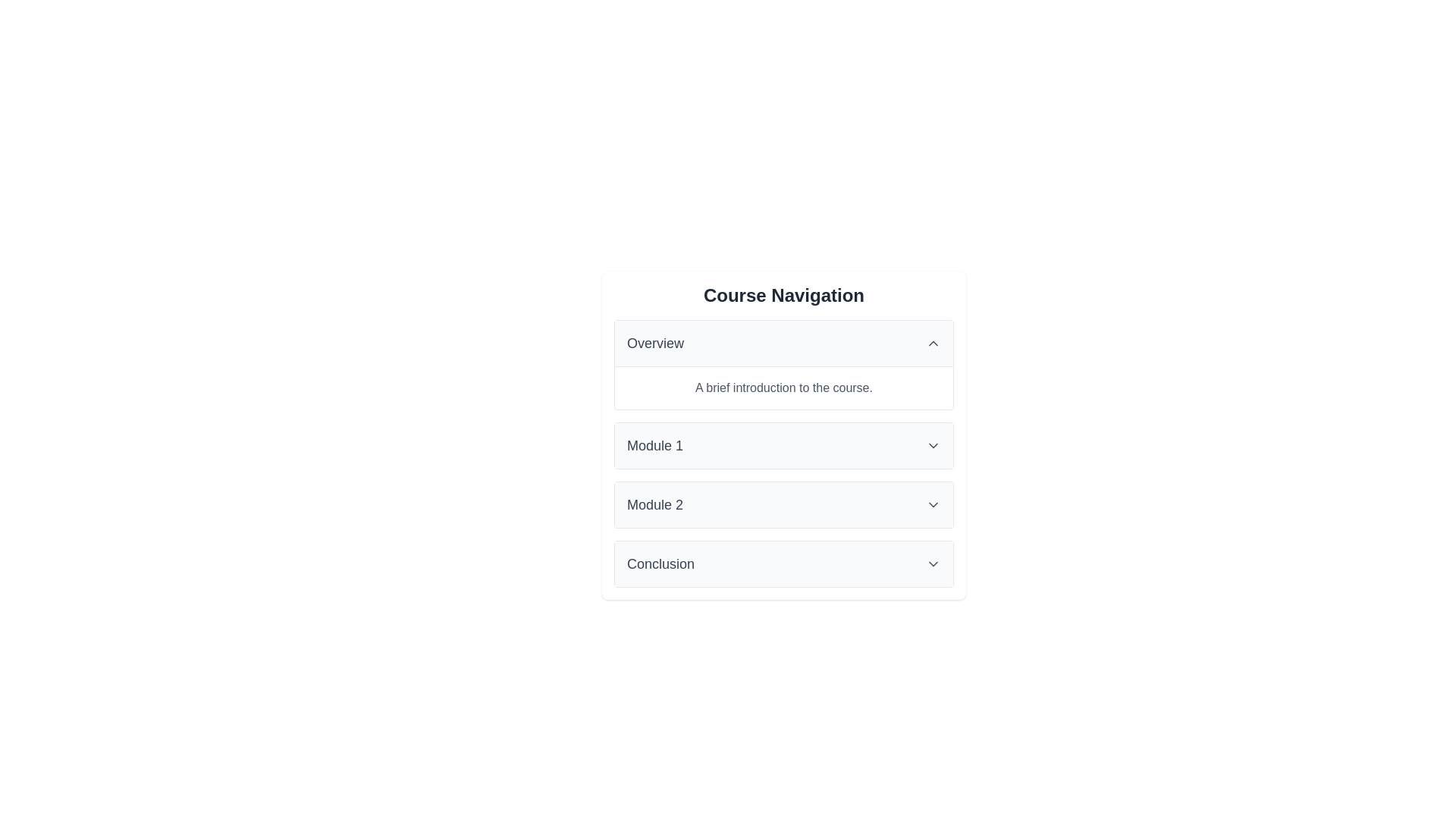 The height and width of the screenshot is (819, 1456). Describe the element at coordinates (783, 564) in the screenshot. I see `the 'Conclusion' Collapsible section button located in the bottom section of the 'Course Navigation' panel` at that location.